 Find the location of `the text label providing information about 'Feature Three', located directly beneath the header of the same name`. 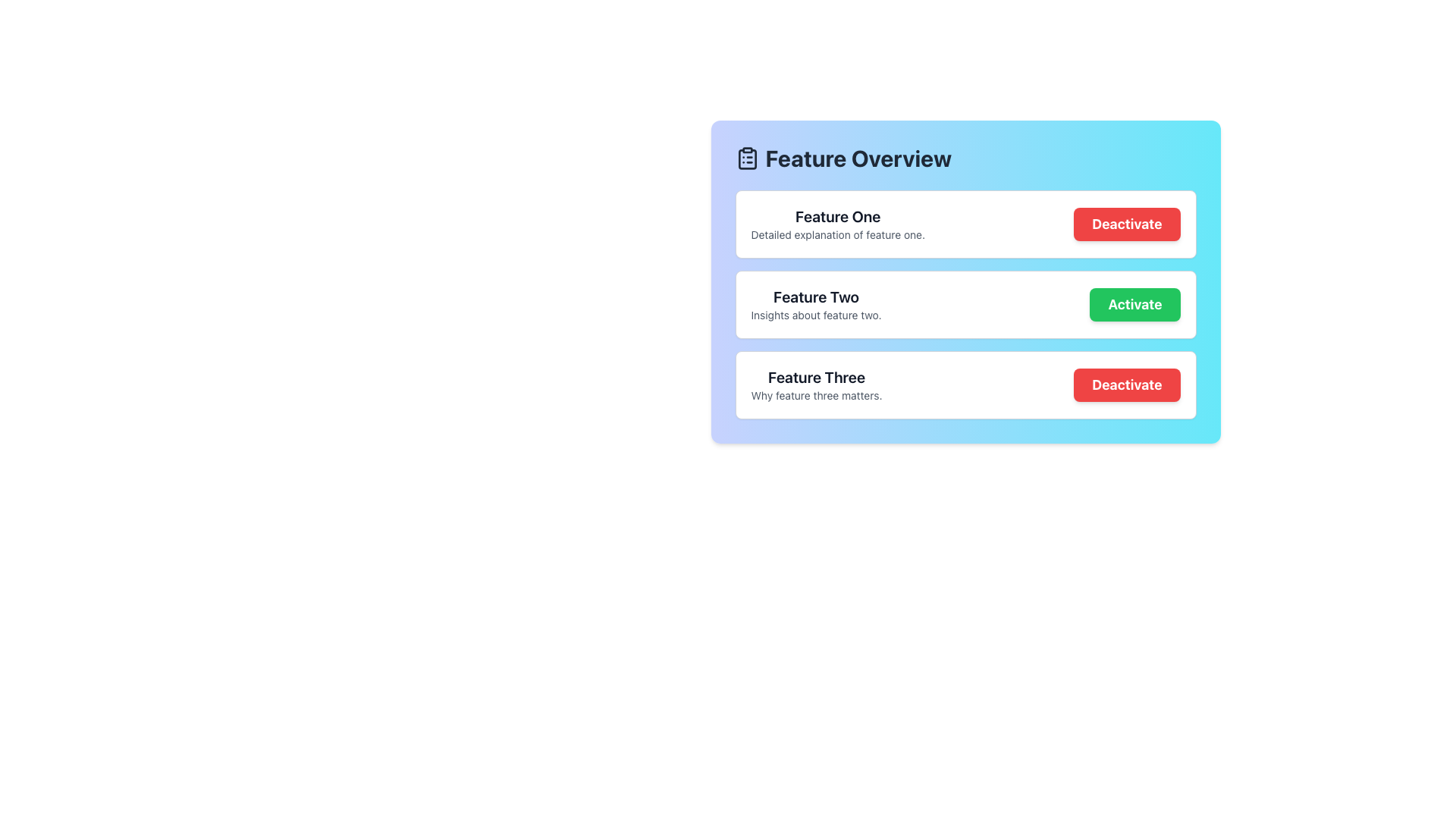

the text label providing information about 'Feature Three', located directly beneath the header of the same name is located at coordinates (815, 394).